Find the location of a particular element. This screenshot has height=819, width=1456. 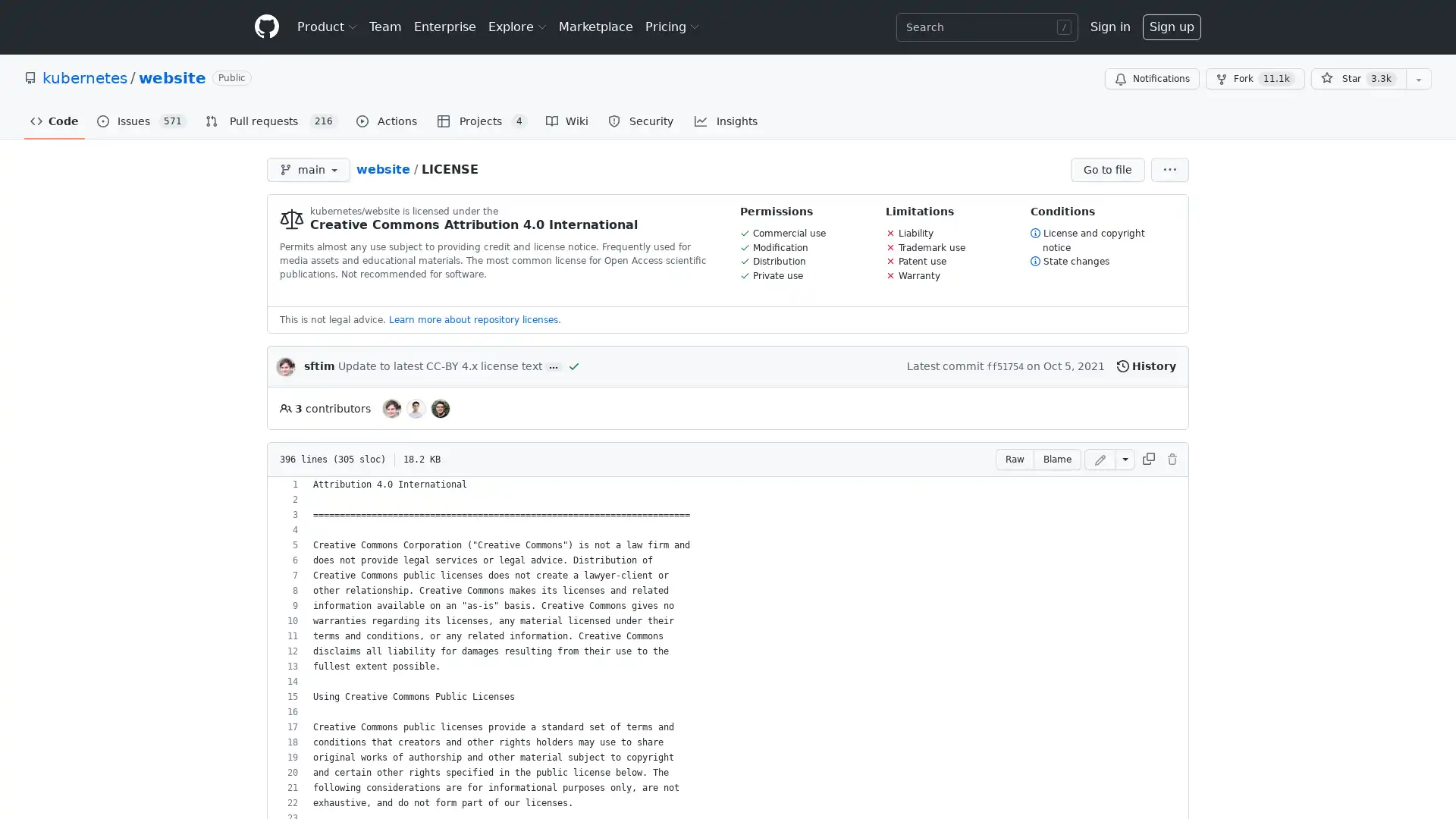

3 contributors is located at coordinates (324, 407).